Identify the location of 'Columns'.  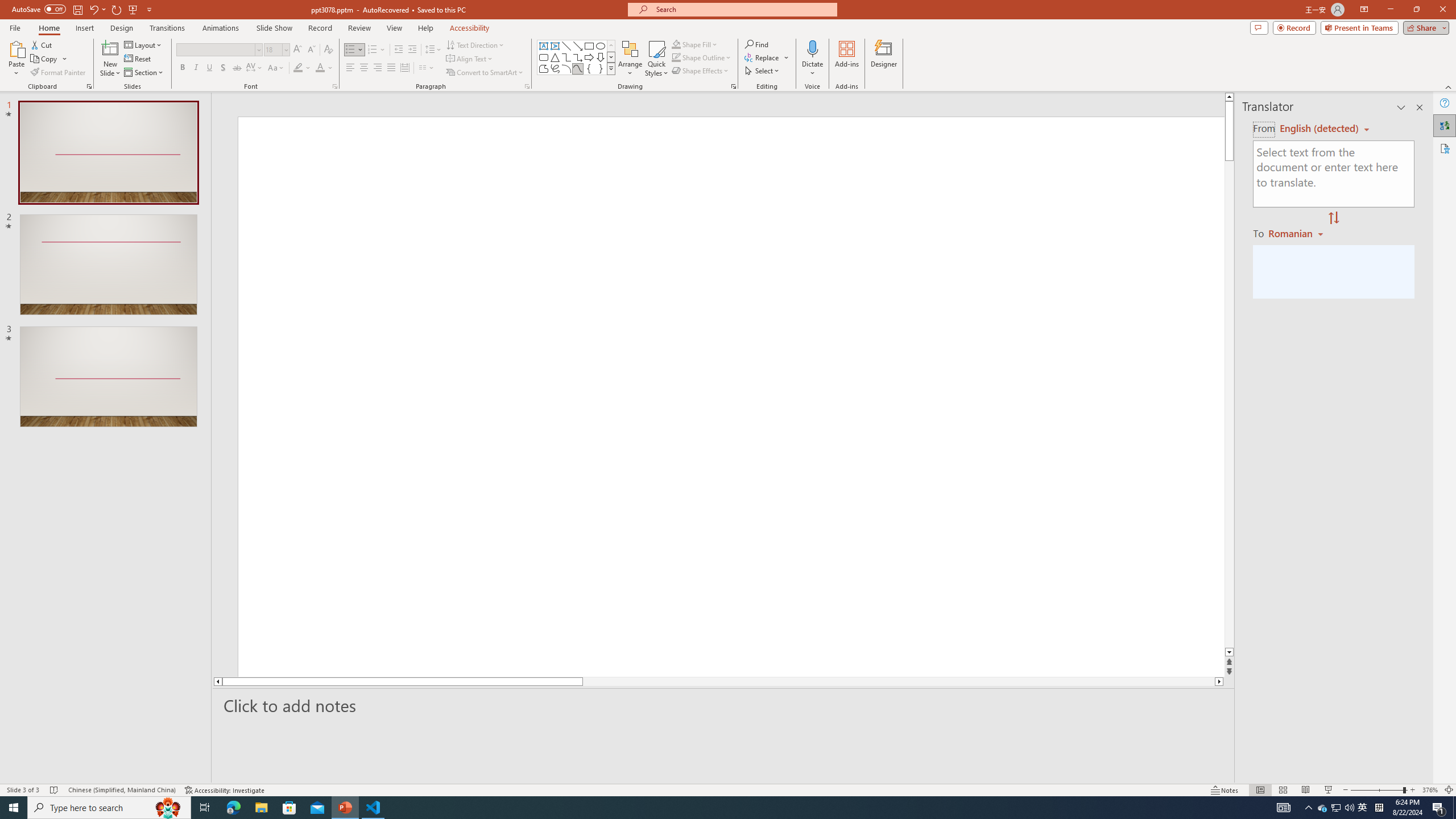
(427, 67).